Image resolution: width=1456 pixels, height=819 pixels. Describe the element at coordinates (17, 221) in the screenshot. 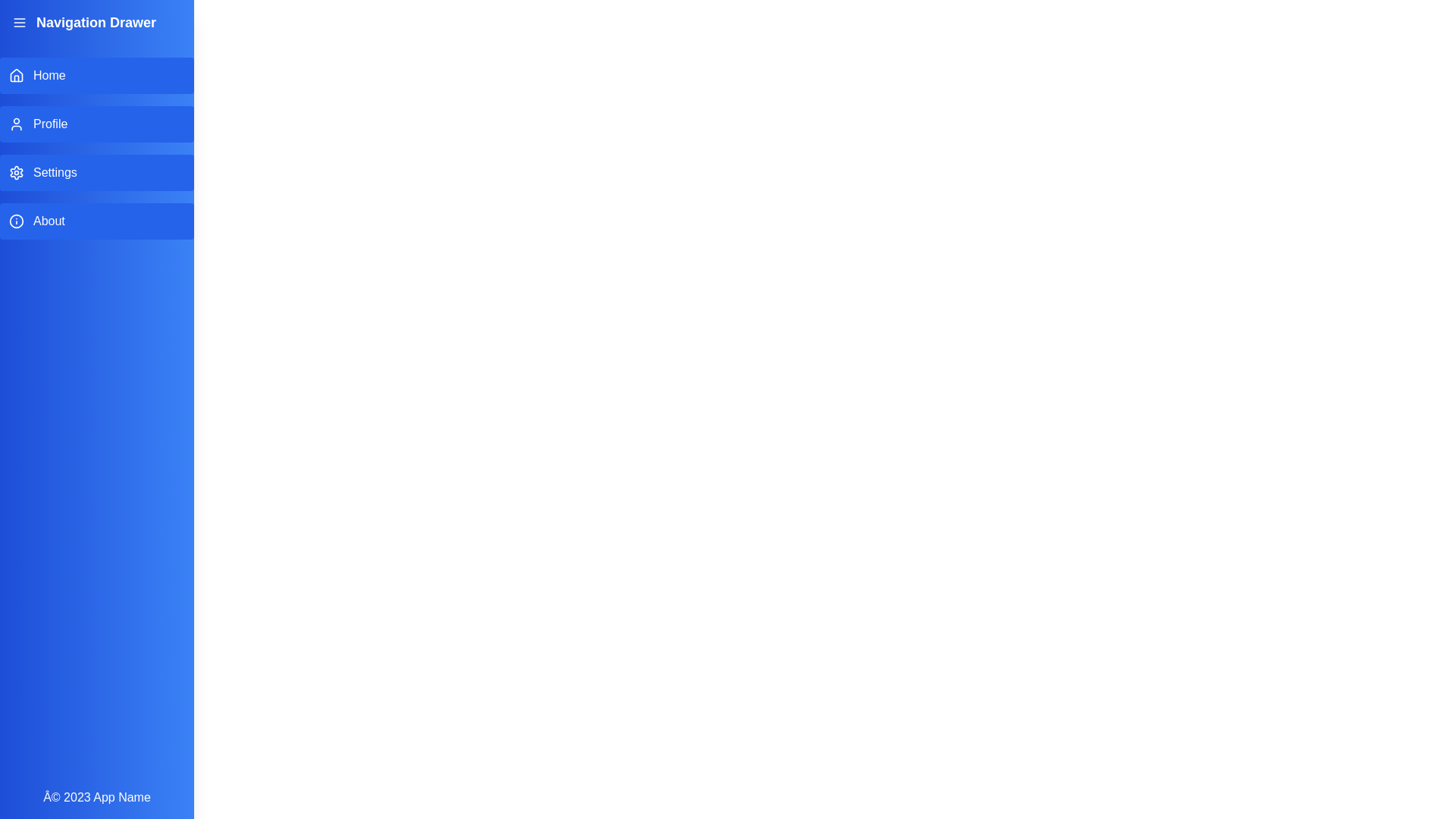

I see `the circular information icon with a blue background located in the 'About' menu item of the left vertical navigation drawer` at that location.